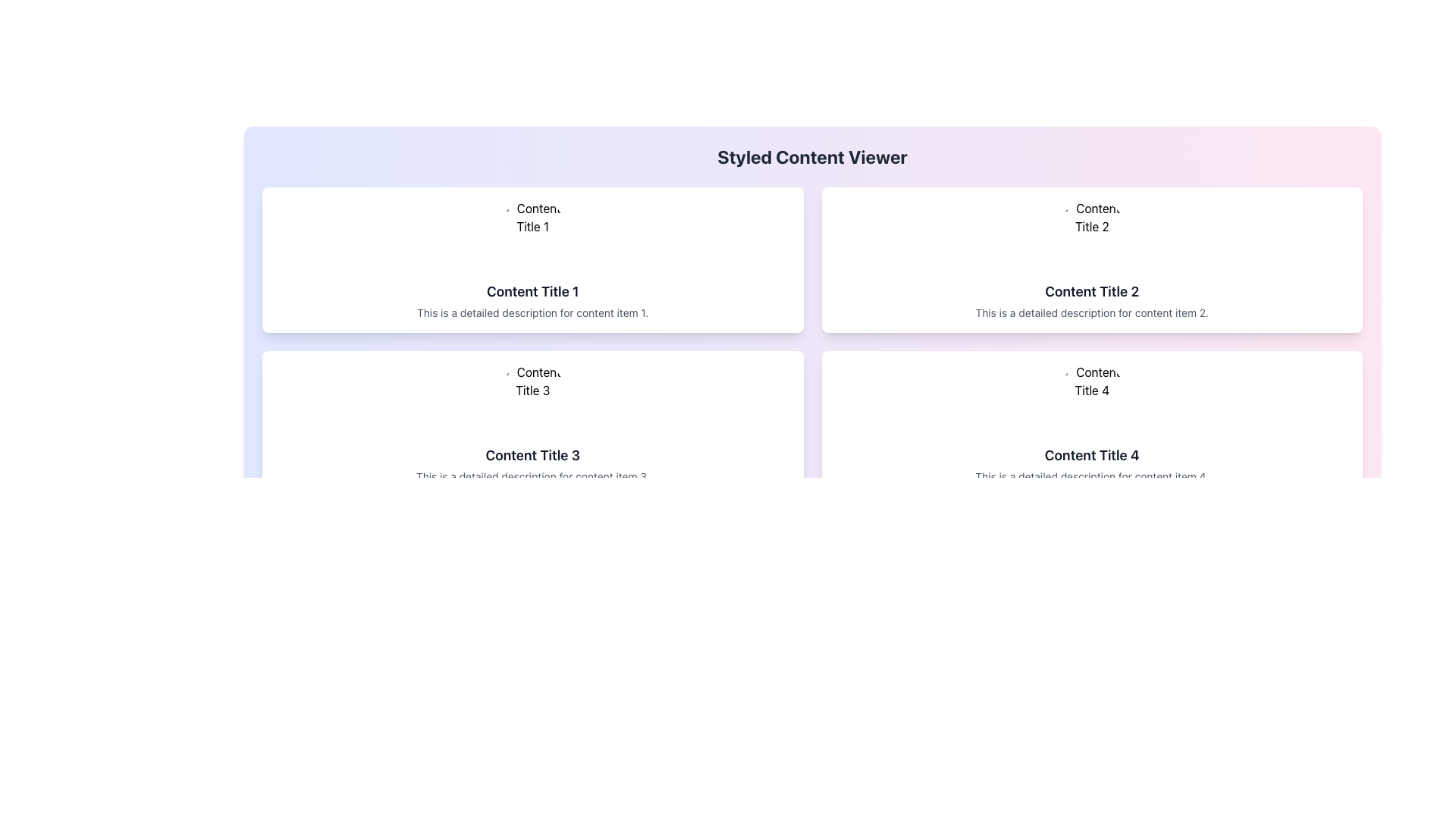 The height and width of the screenshot is (819, 1456). I want to click on the image representing 'Content Title 4' located in the bottom-right box of a four-box grid layout, centered above the corresponding text, so click(1092, 399).